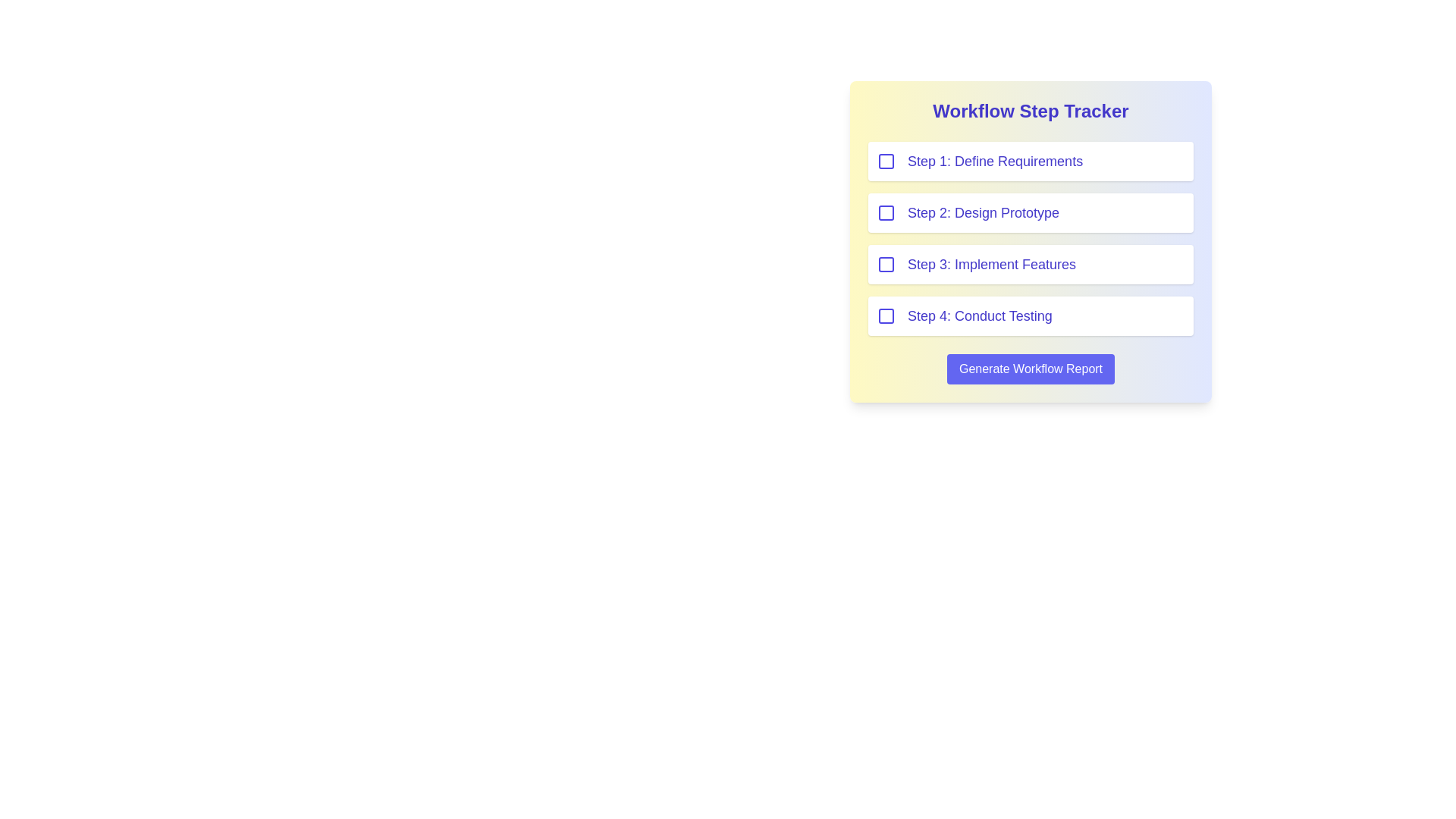  What do you see at coordinates (886, 315) in the screenshot?
I see `the checkbox associated with 'Step 4: Conduct Testing'` at bounding box center [886, 315].